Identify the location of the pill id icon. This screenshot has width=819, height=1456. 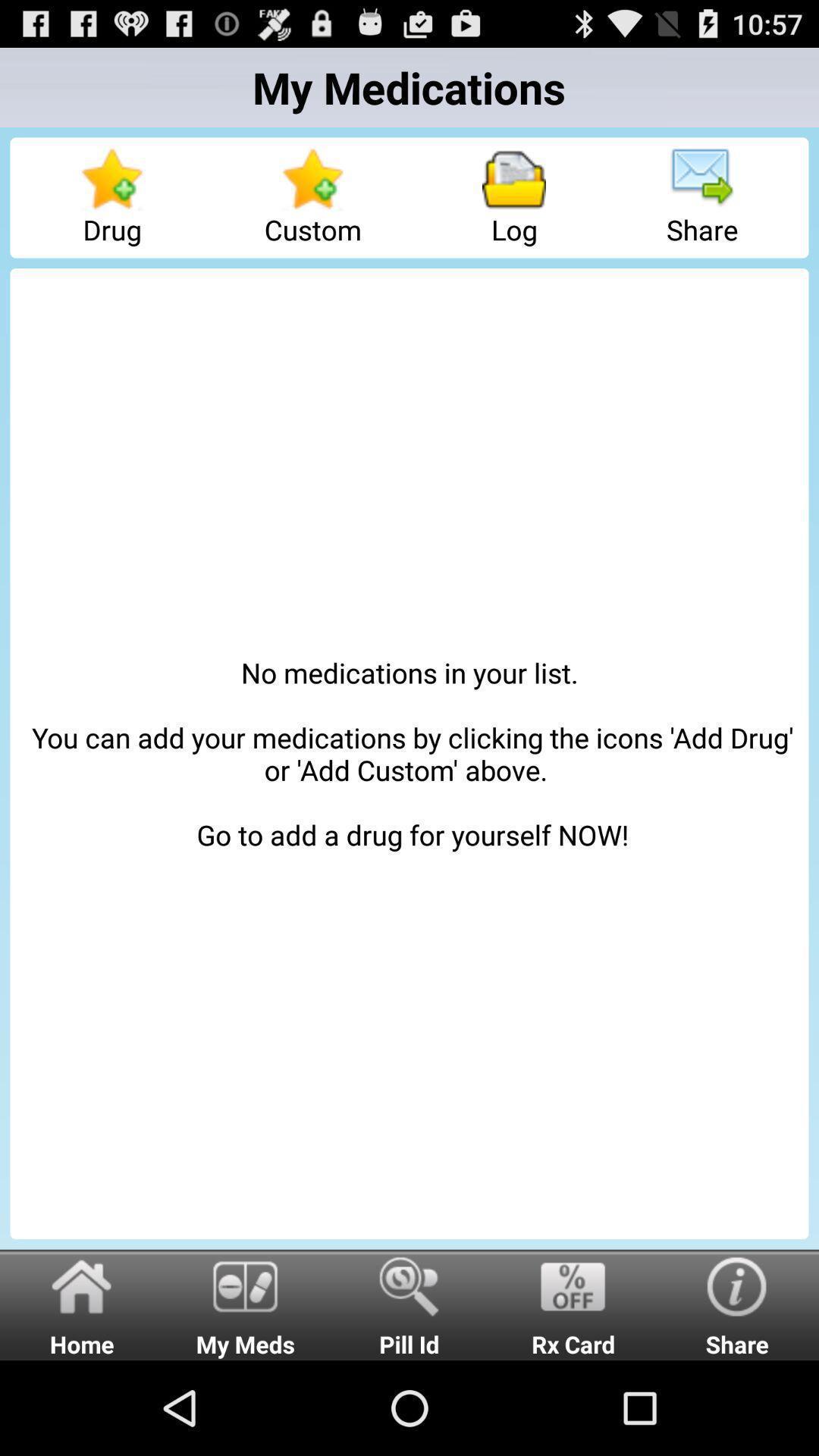
(409, 1304).